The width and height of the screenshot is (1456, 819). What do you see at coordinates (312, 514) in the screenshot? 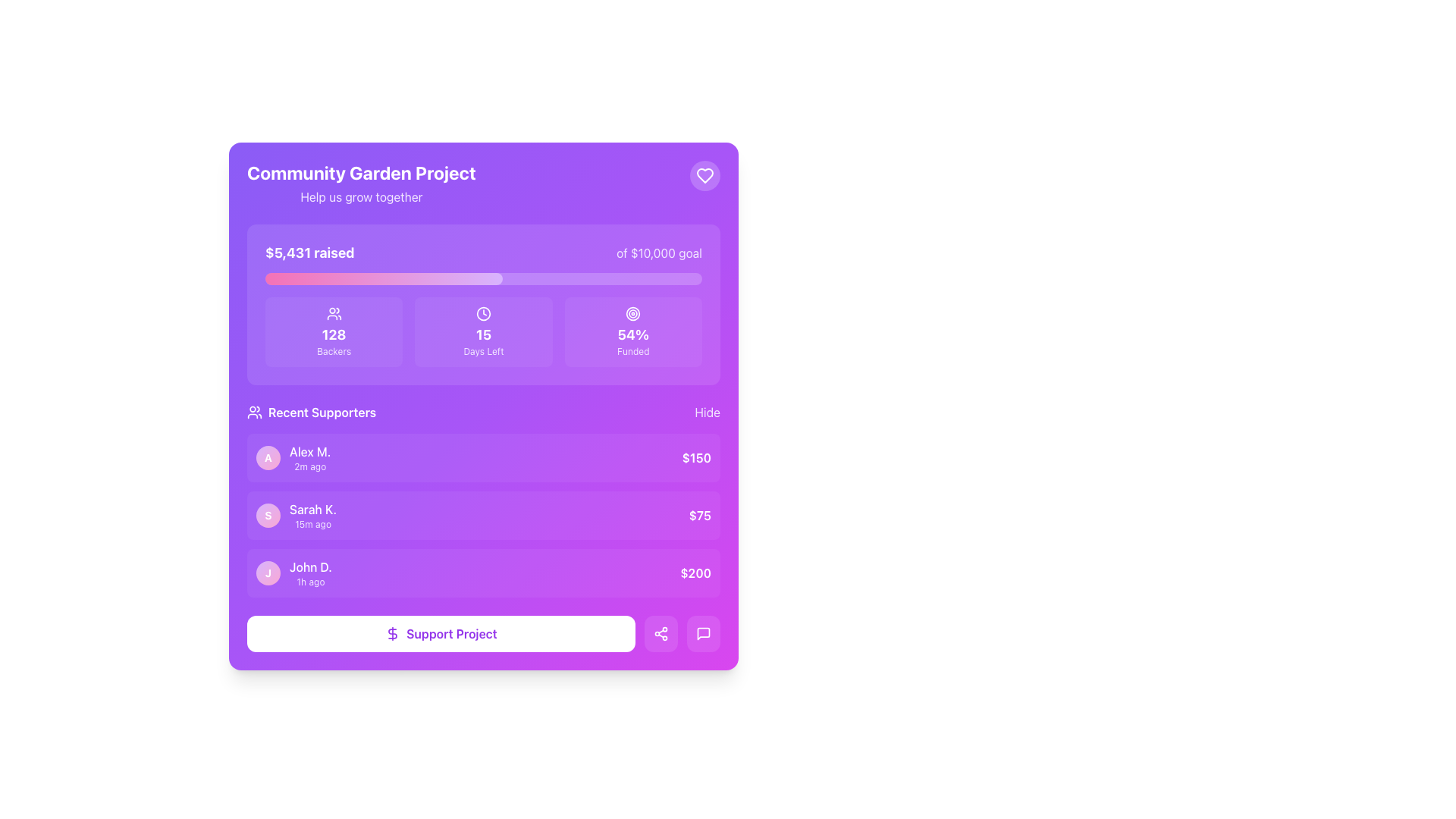
I see `the text label displaying 'Sarah K.' in the second row of the 'Recent Supporters' section, located to the right of the avatar with 'S'` at bounding box center [312, 514].